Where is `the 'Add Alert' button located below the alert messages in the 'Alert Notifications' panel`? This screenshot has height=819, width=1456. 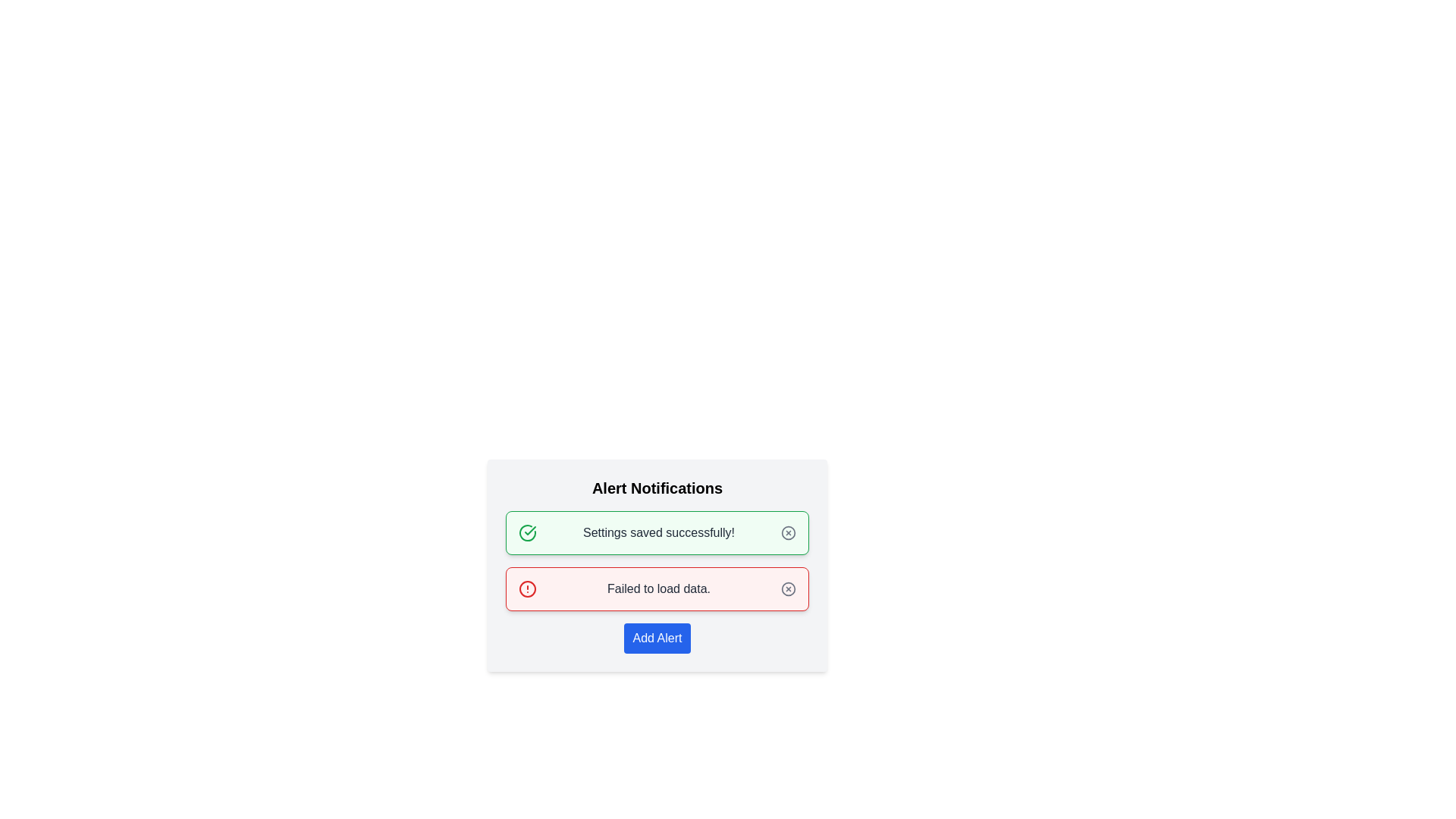 the 'Add Alert' button located below the alert messages in the 'Alert Notifications' panel is located at coordinates (657, 638).